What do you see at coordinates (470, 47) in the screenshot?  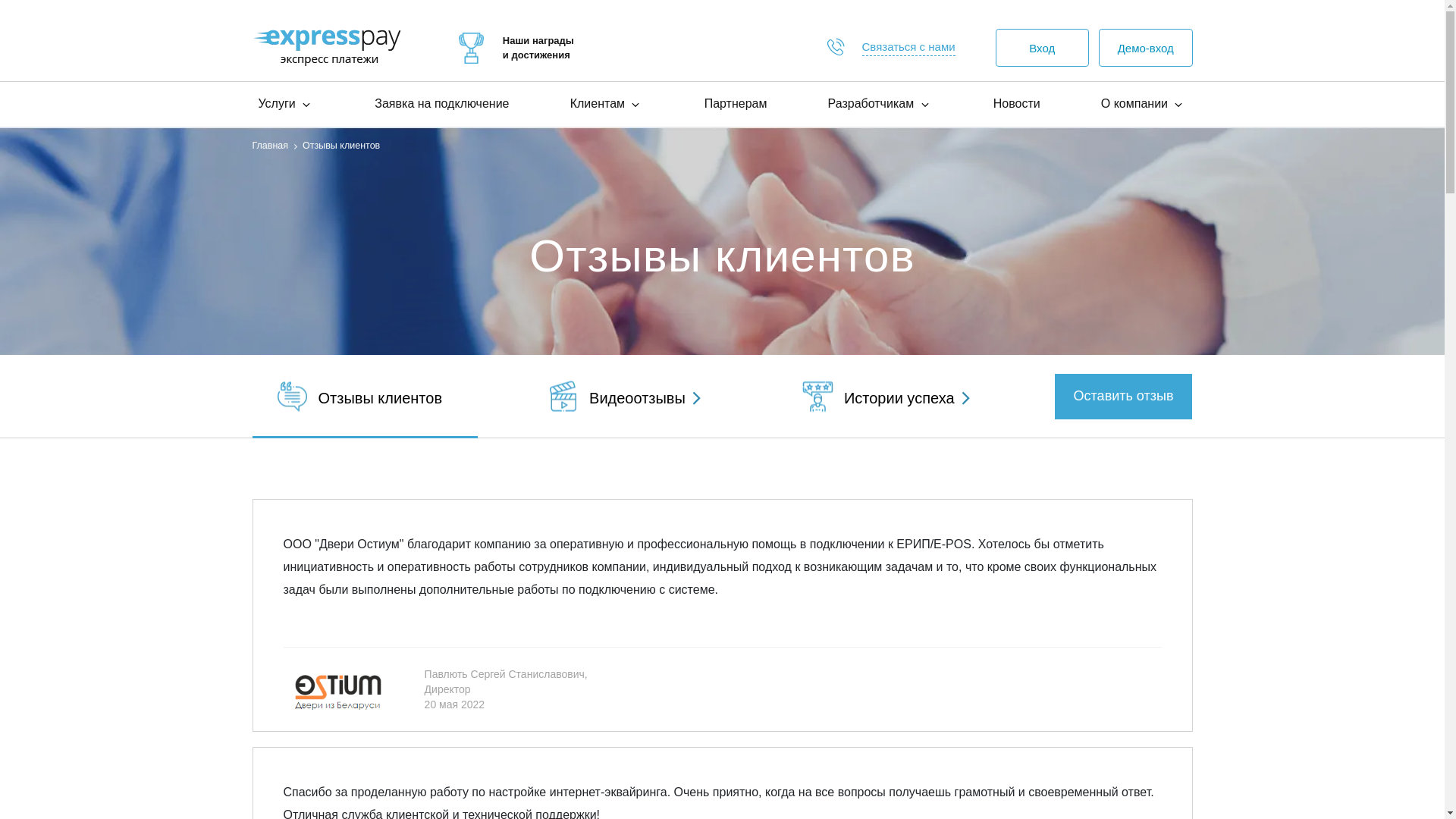 I see `'express-pay.by'` at bounding box center [470, 47].